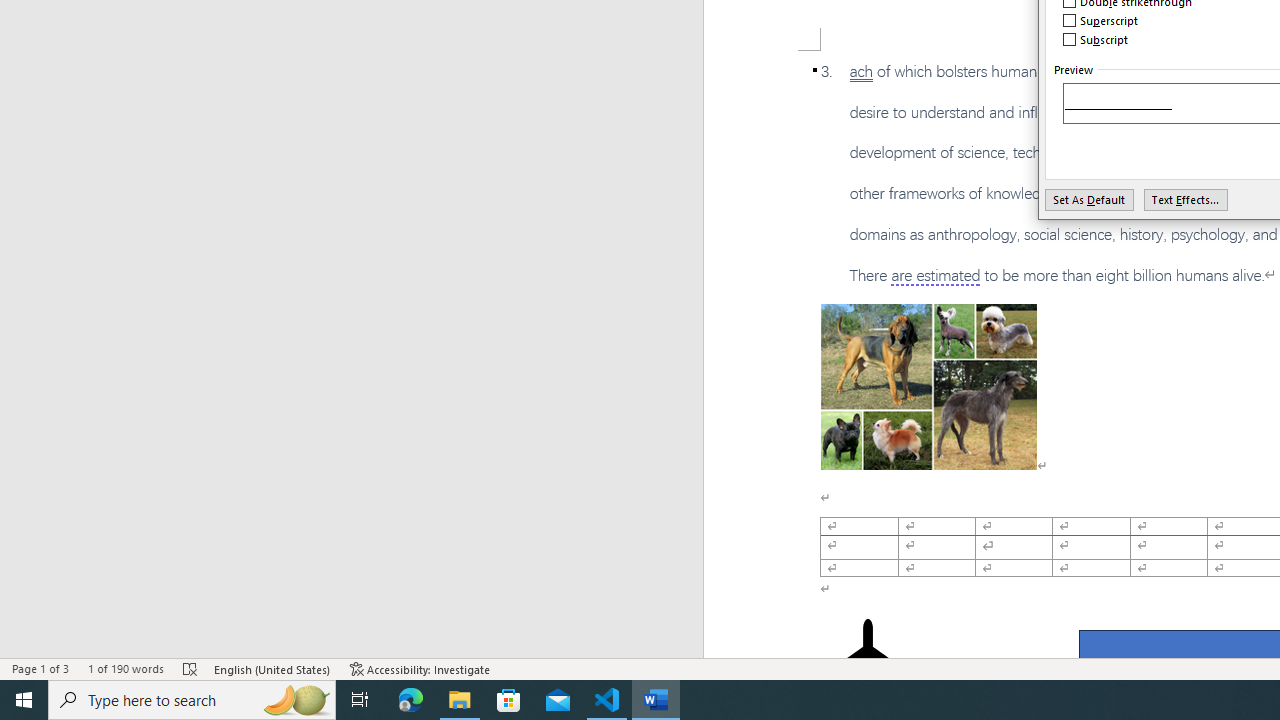 The width and height of the screenshot is (1280, 720). What do you see at coordinates (1185, 199) in the screenshot?
I see `'Text Effects...'` at bounding box center [1185, 199].